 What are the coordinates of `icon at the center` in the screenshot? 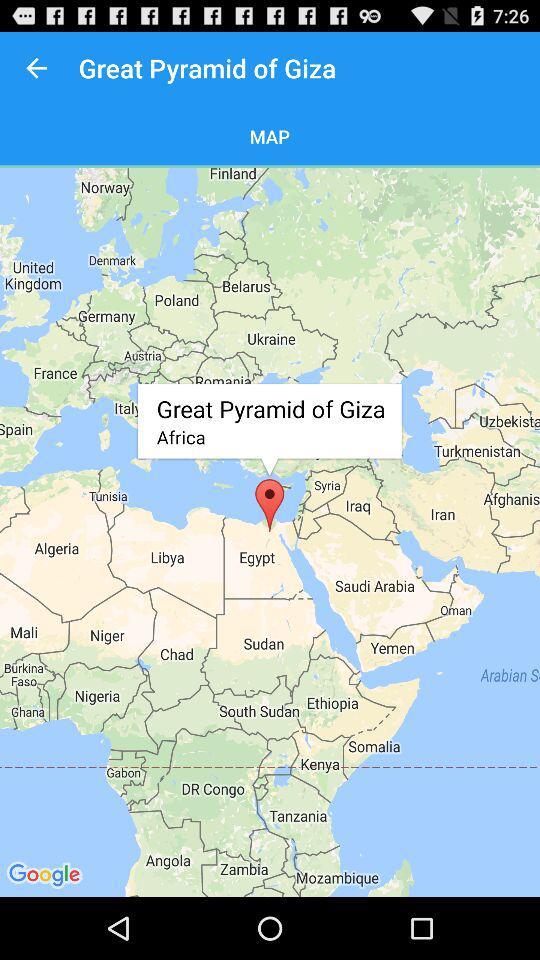 It's located at (270, 531).